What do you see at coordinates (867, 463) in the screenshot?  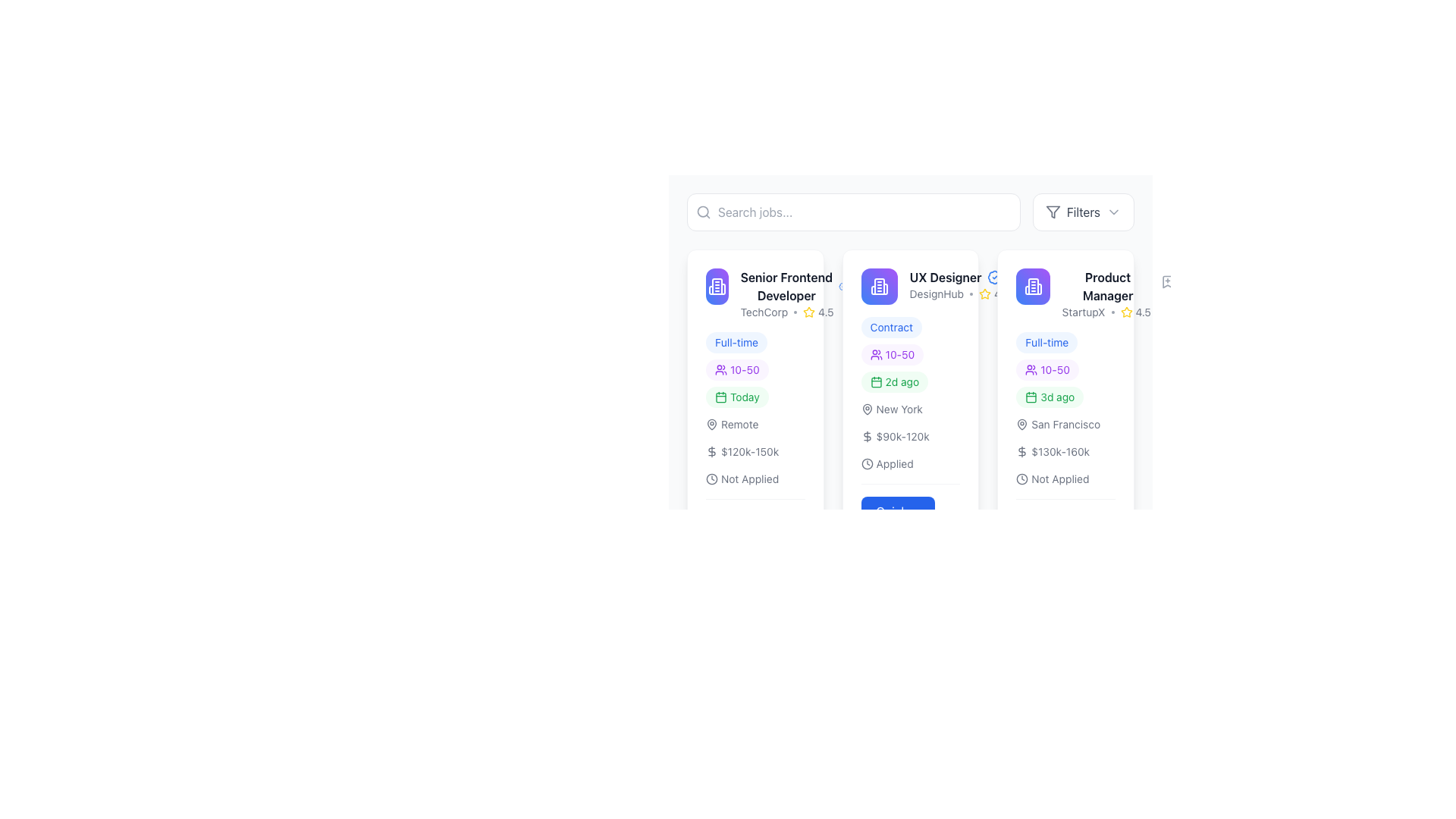 I see `the decorative icon that complements the 'Applied' label in the second job listing panel from the left, located towards the bottom inline with the text 'Applied'` at bounding box center [867, 463].